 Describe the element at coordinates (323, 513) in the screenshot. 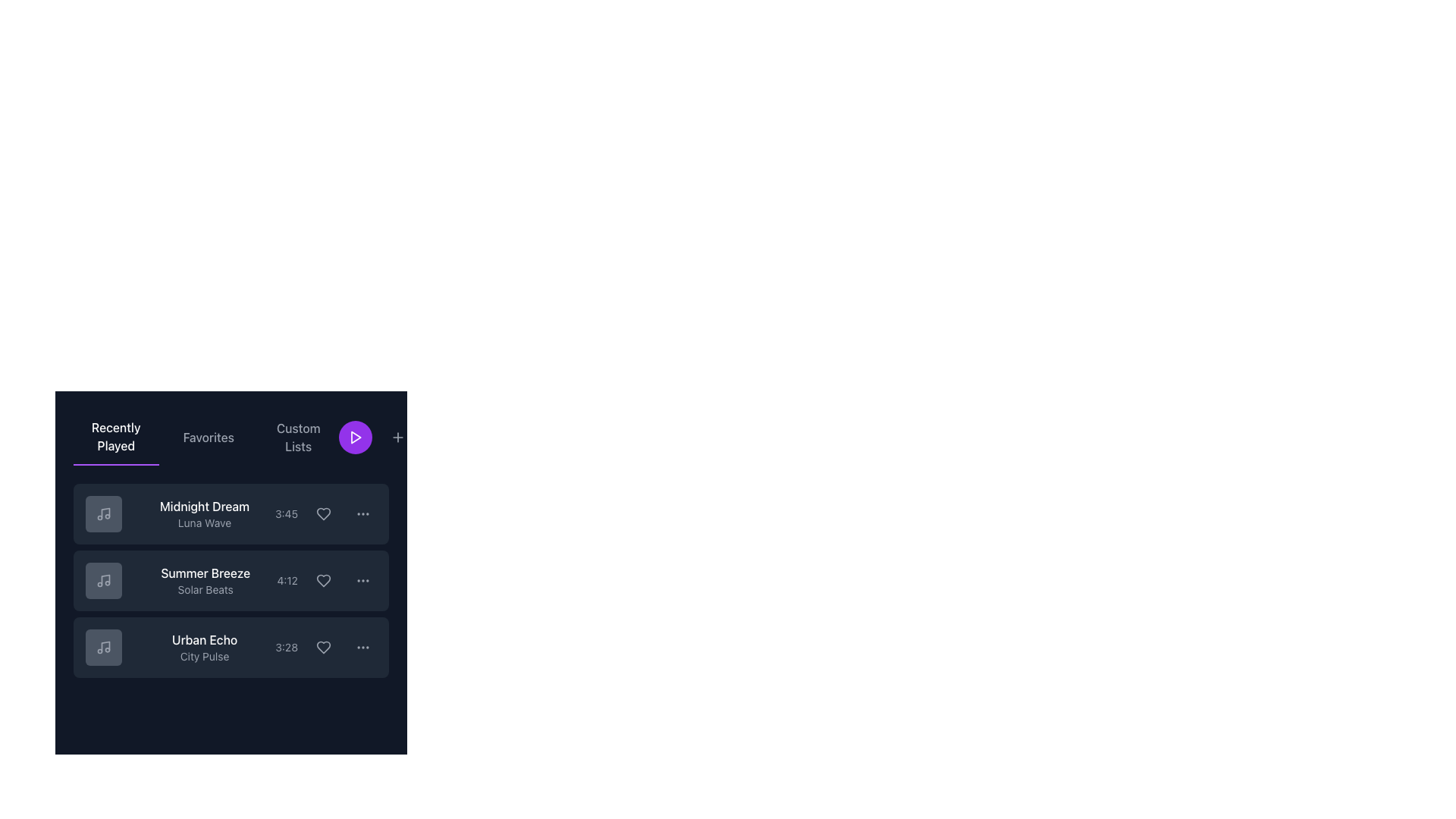

I see `the heart-shaped like button, which is gray initially and turns pink on hover, located to the right of the song title 'Midnight Dream' and its duration, just before the ellipsis menu` at that location.